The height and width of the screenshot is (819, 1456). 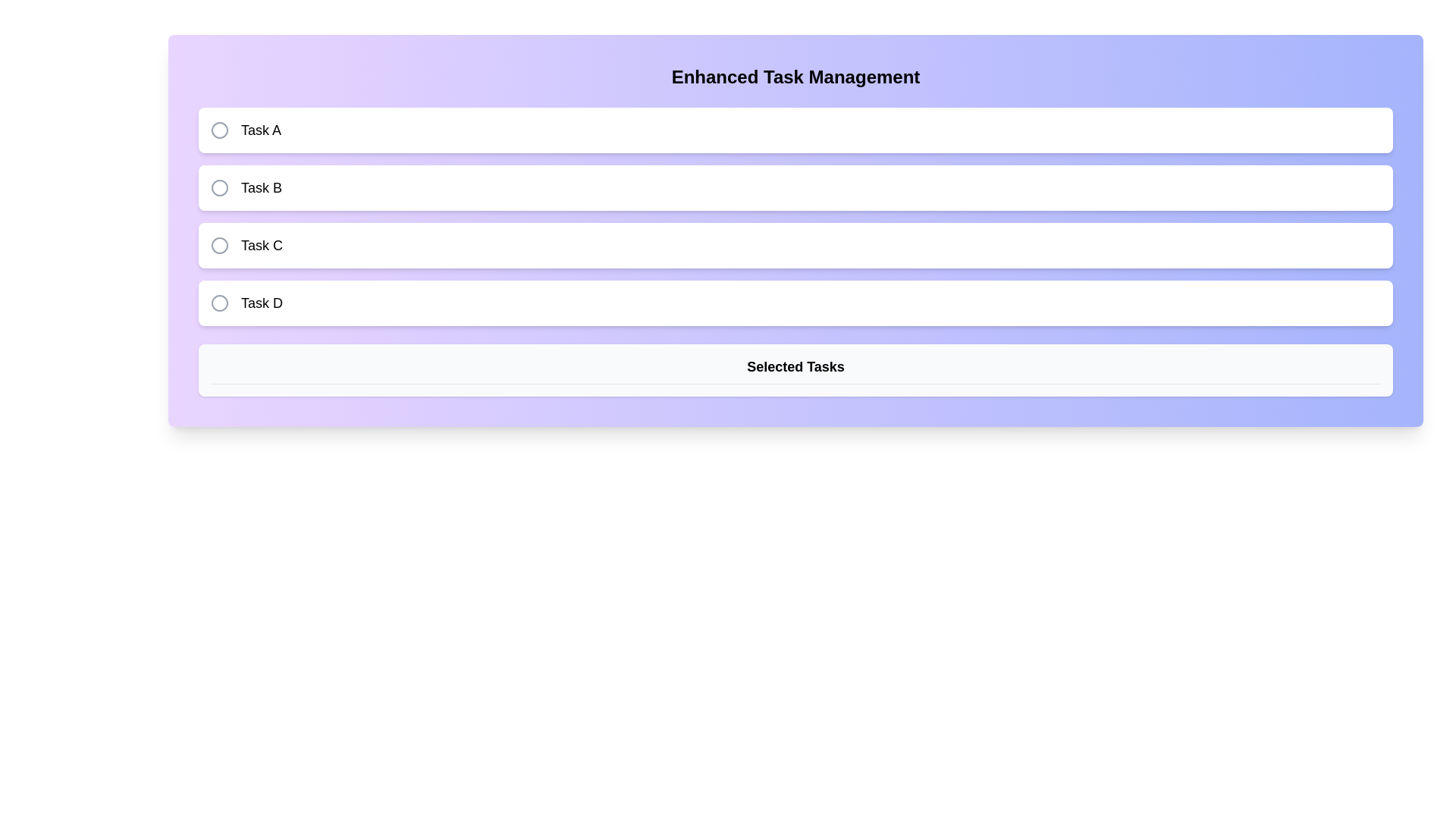 What do you see at coordinates (262, 303) in the screenshot?
I see `the task` at bounding box center [262, 303].